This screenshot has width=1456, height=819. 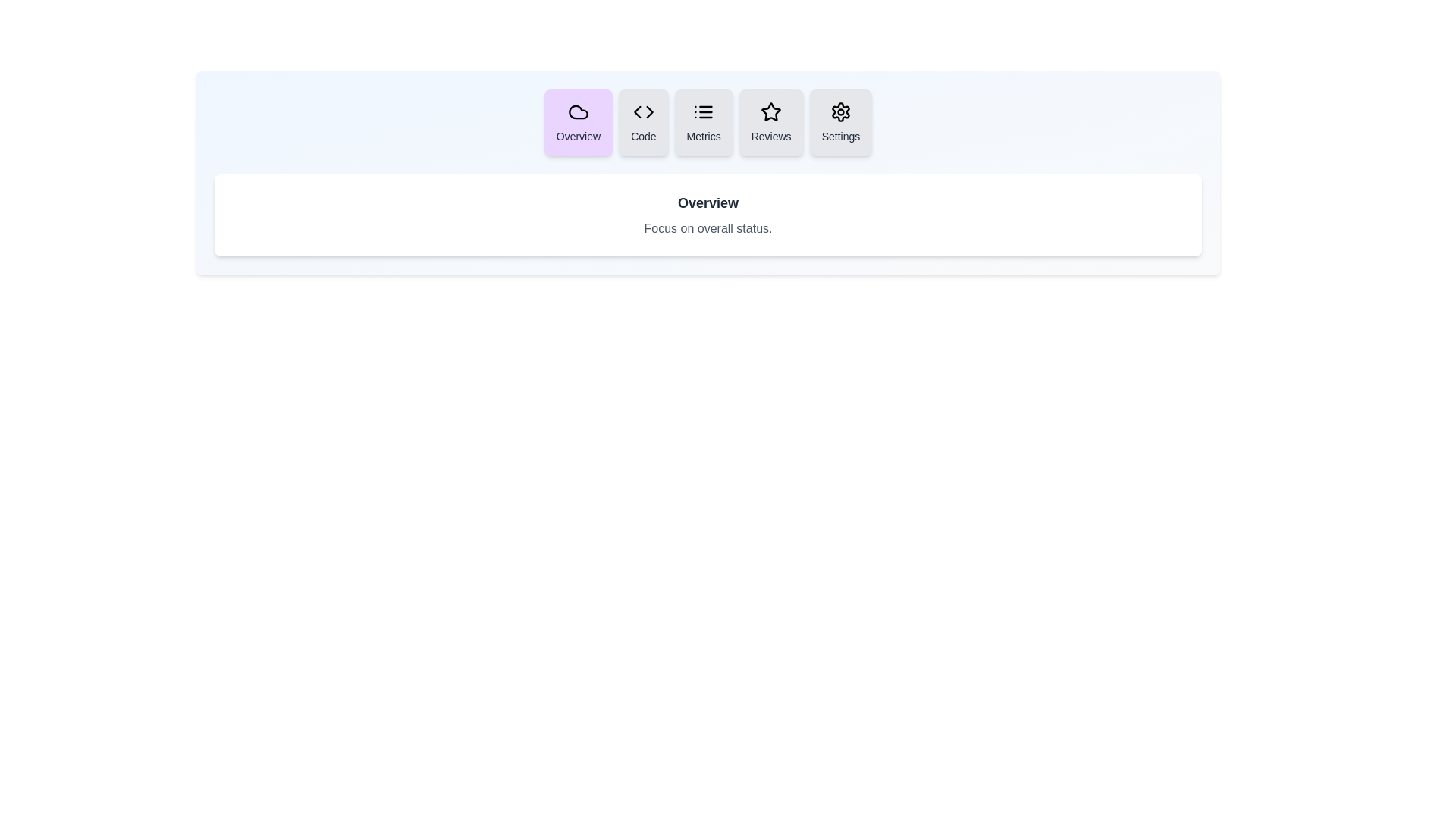 I want to click on the tab labeled Settings, so click(x=839, y=122).